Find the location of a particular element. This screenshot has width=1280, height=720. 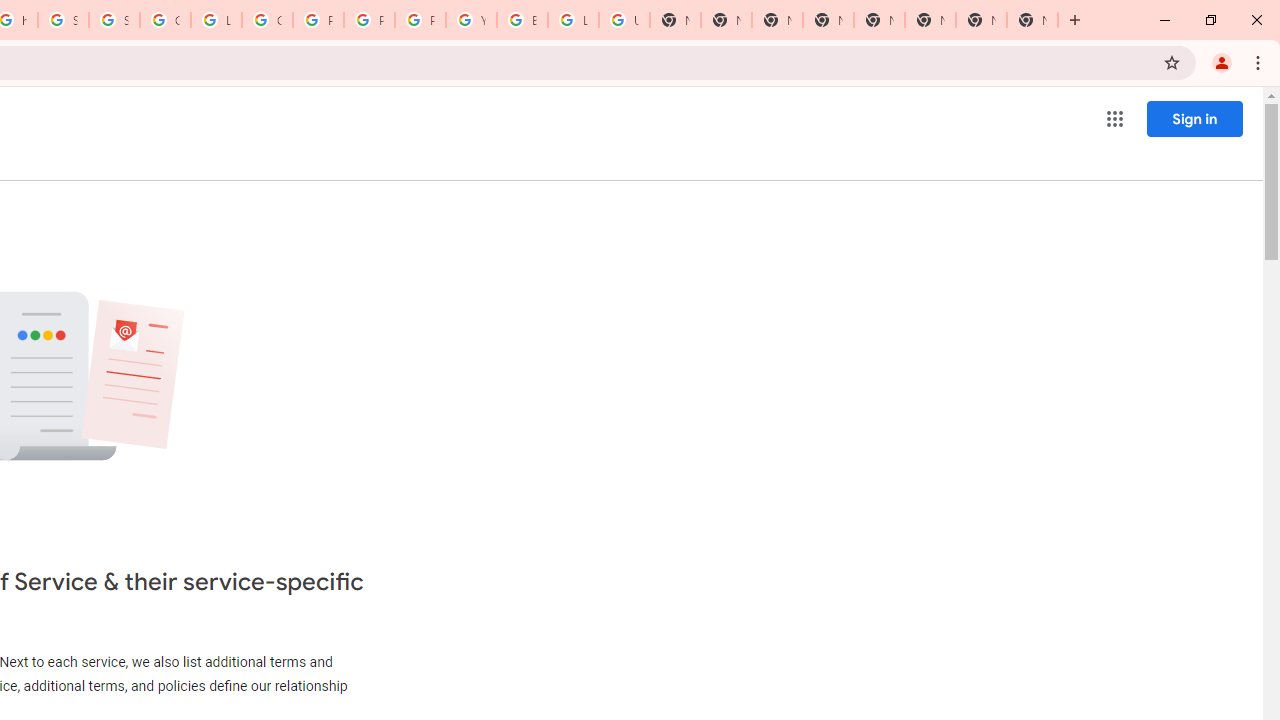

'Sign in - Google Accounts' is located at coordinates (112, 20).